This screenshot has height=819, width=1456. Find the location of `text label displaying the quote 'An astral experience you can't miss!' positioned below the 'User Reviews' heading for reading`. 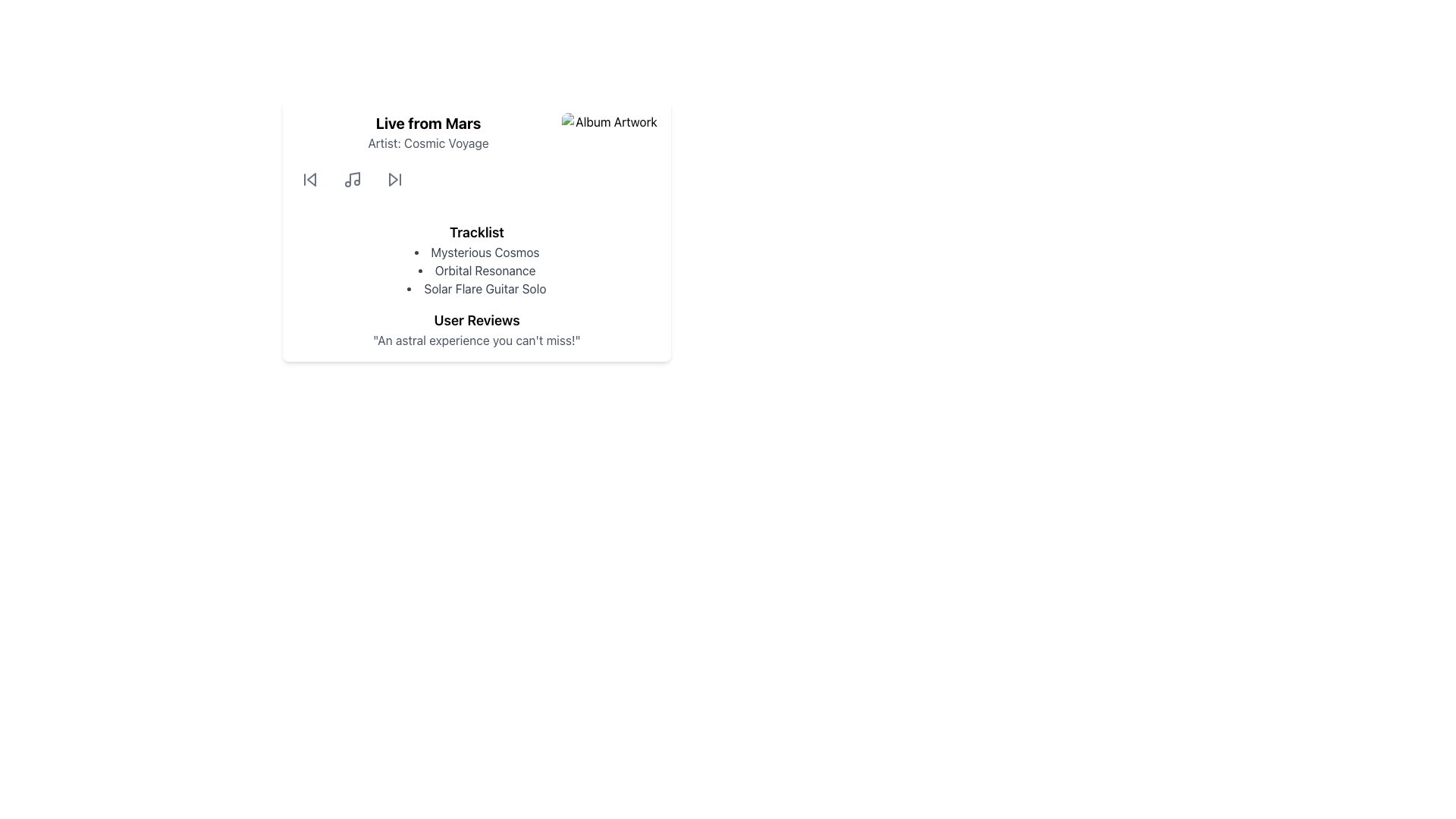

text label displaying the quote 'An astral experience you can't miss!' positioned below the 'User Reviews' heading for reading is located at coordinates (475, 339).